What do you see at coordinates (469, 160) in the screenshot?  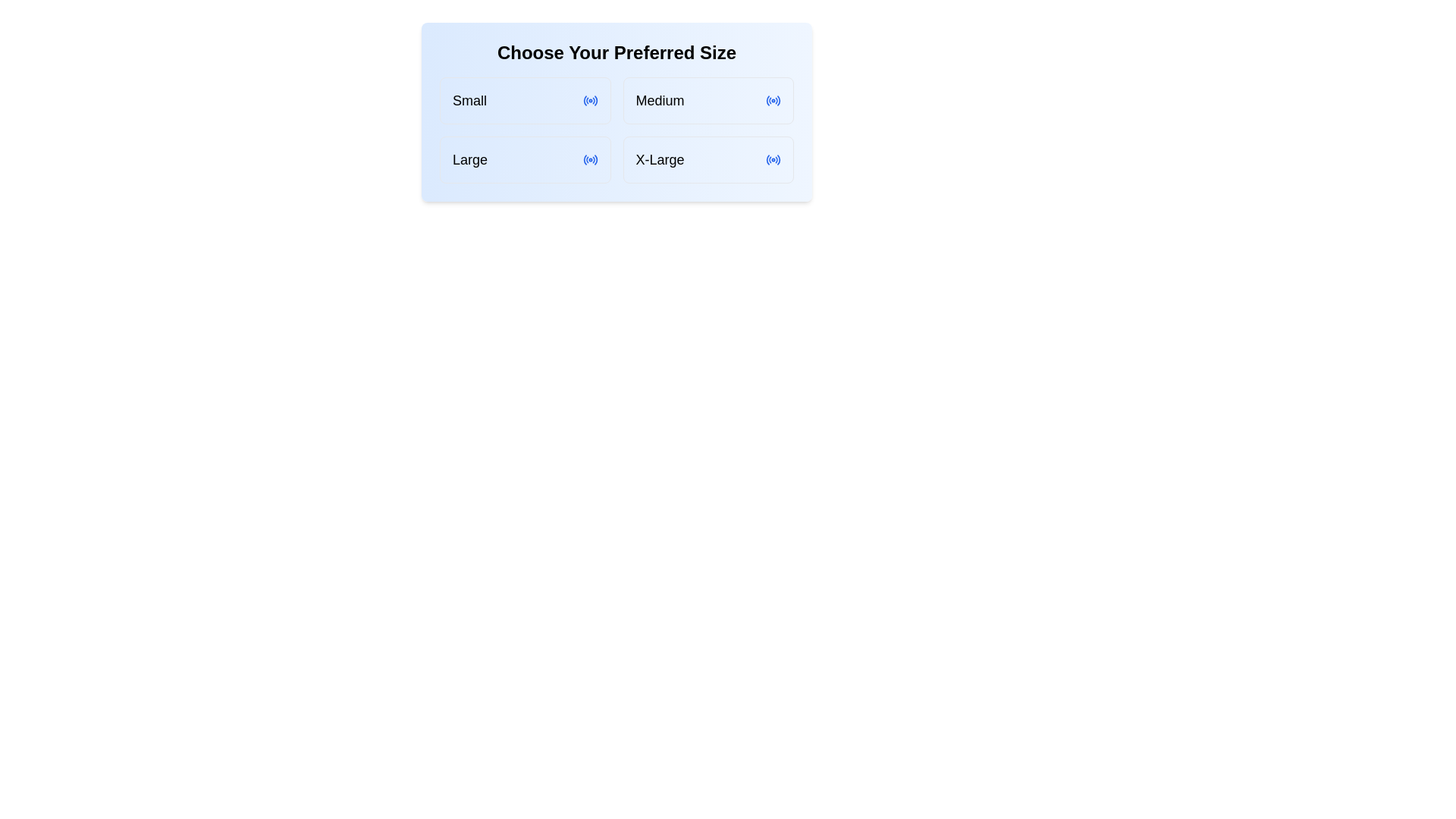 I see `the Text label indicating the size option for selection within the sizing preference UI for accessibility information` at bounding box center [469, 160].